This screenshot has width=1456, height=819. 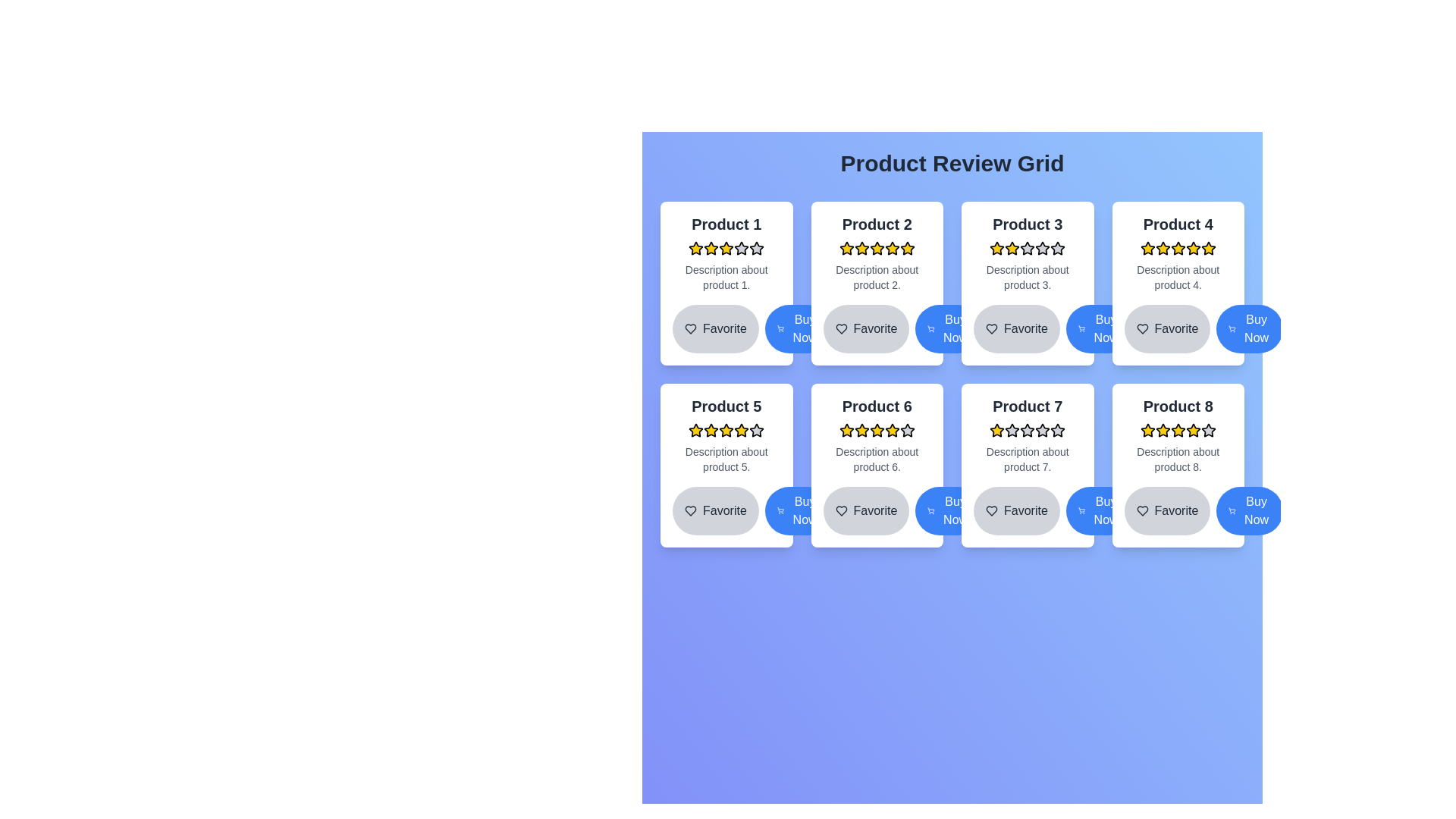 I want to click on text block containing 'Description about product 2.' which is styled in a smaller gray-colored font and located in the second card of the first row in a grid layout, so click(x=877, y=278).